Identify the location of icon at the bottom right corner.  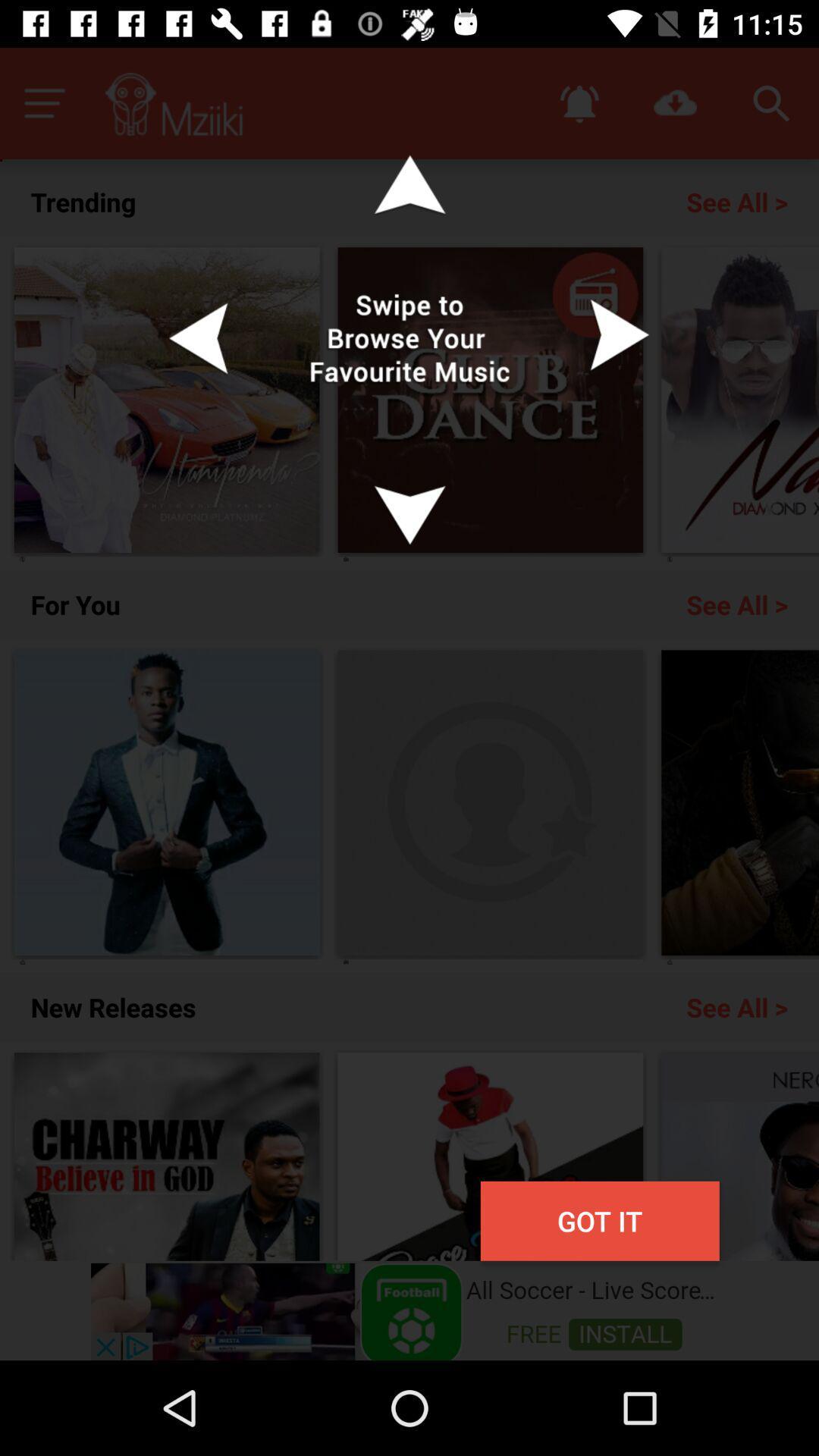
(599, 1221).